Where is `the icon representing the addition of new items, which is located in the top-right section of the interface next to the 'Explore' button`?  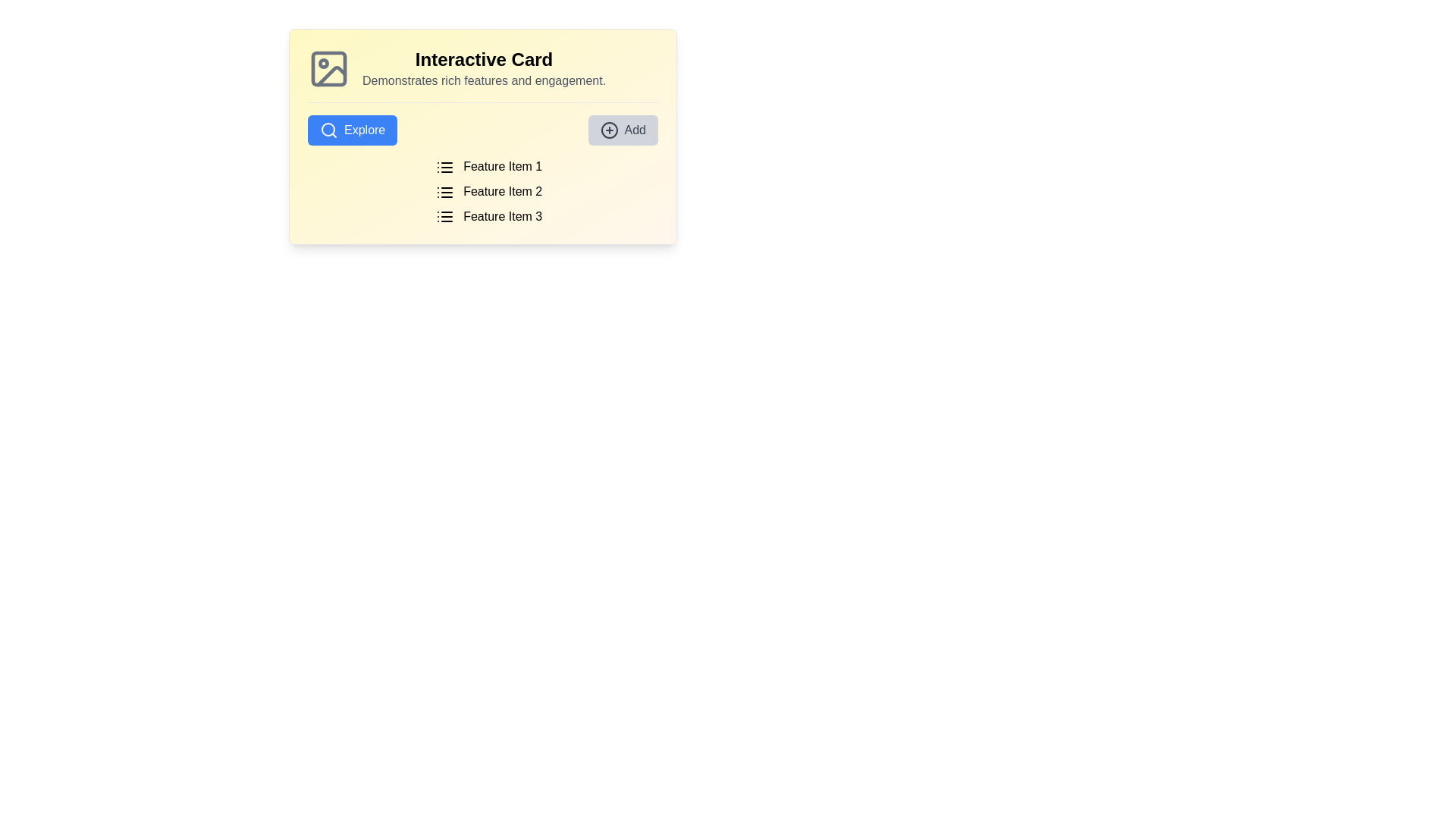 the icon representing the addition of new items, which is located in the top-right section of the interface next to the 'Explore' button is located at coordinates (609, 130).